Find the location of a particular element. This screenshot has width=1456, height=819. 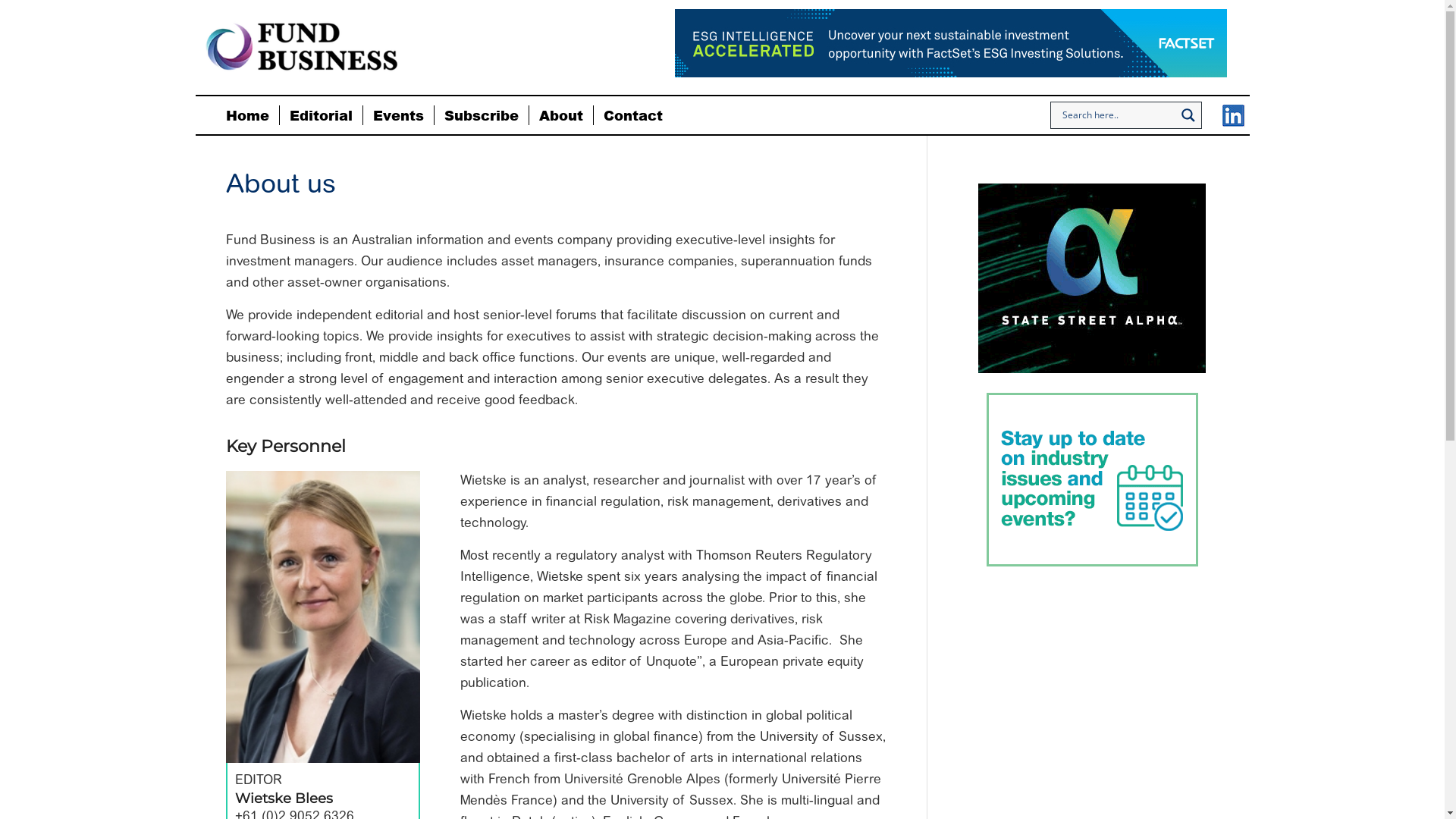

'Events' is located at coordinates (397, 114).